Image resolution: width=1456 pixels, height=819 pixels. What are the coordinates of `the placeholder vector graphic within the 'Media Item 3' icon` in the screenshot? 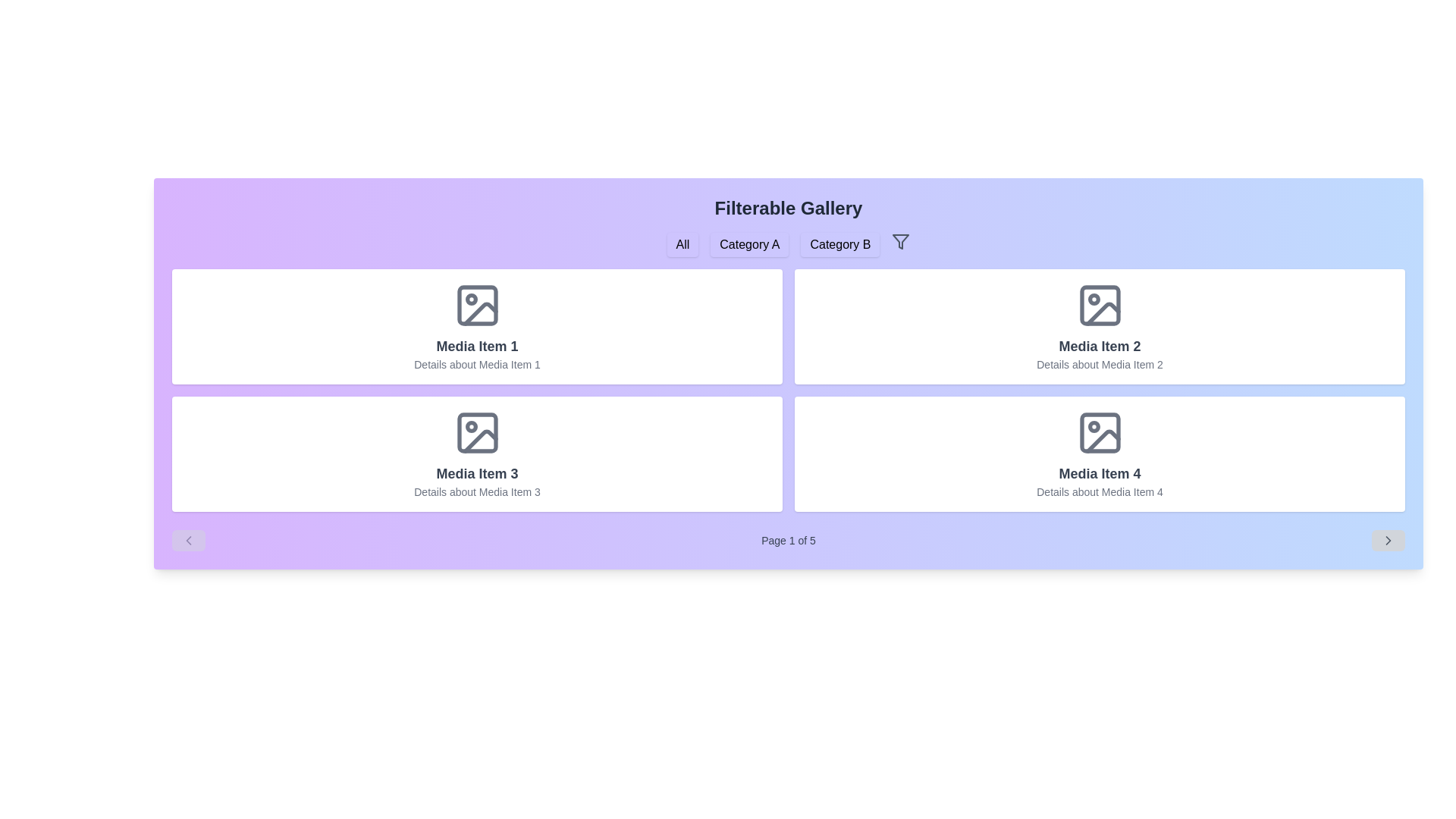 It's located at (479, 441).